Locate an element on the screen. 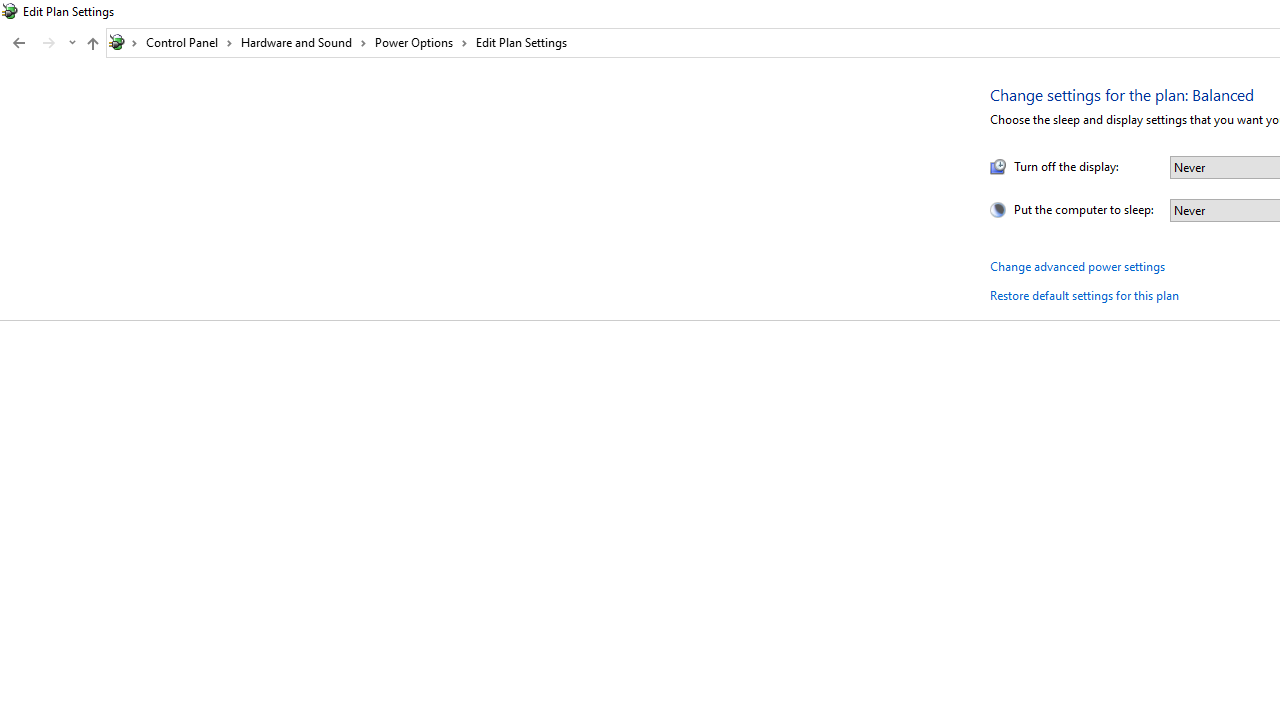  'Edit Plan Settings' is located at coordinates (521, 42).